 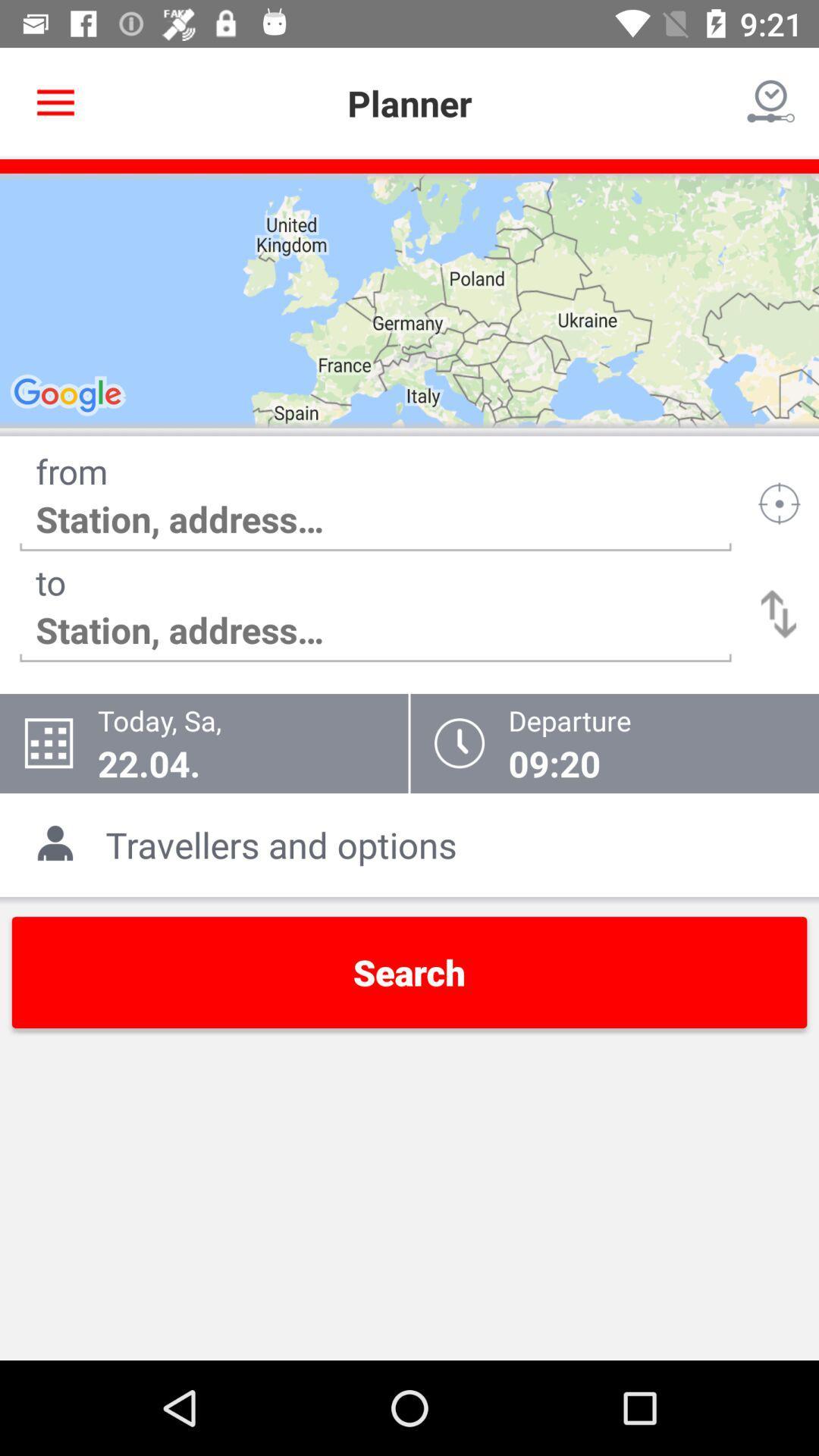 What do you see at coordinates (60, 844) in the screenshot?
I see `the icon which is left to the text travellers and options` at bounding box center [60, 844].